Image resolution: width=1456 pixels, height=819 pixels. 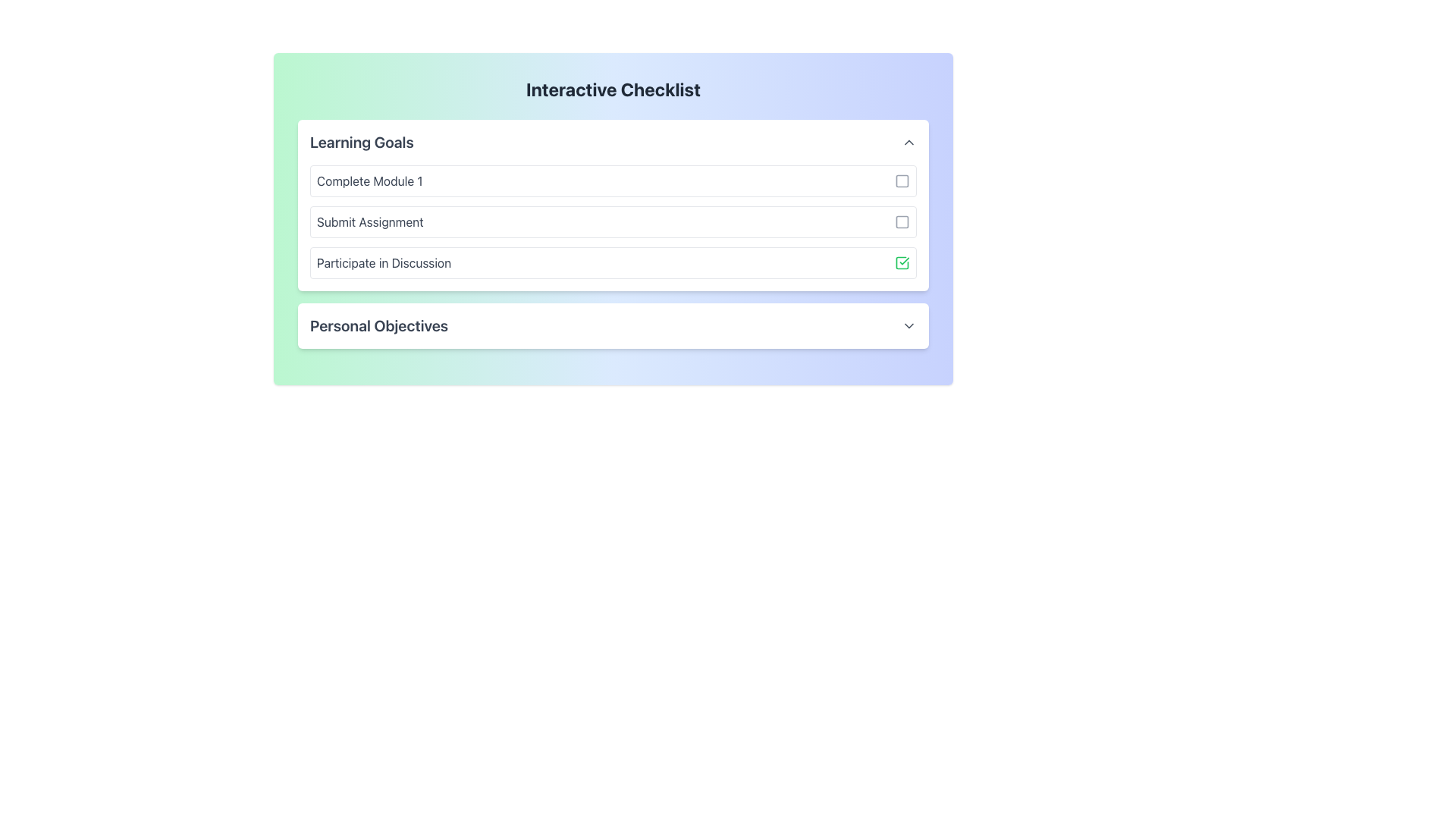 What do you see at coordinates (909, 325) in the screenshot?
I see `the downward chevron icon at the top-right corner of the 'Personal Objectives' section` at bounding box center [909, 325].